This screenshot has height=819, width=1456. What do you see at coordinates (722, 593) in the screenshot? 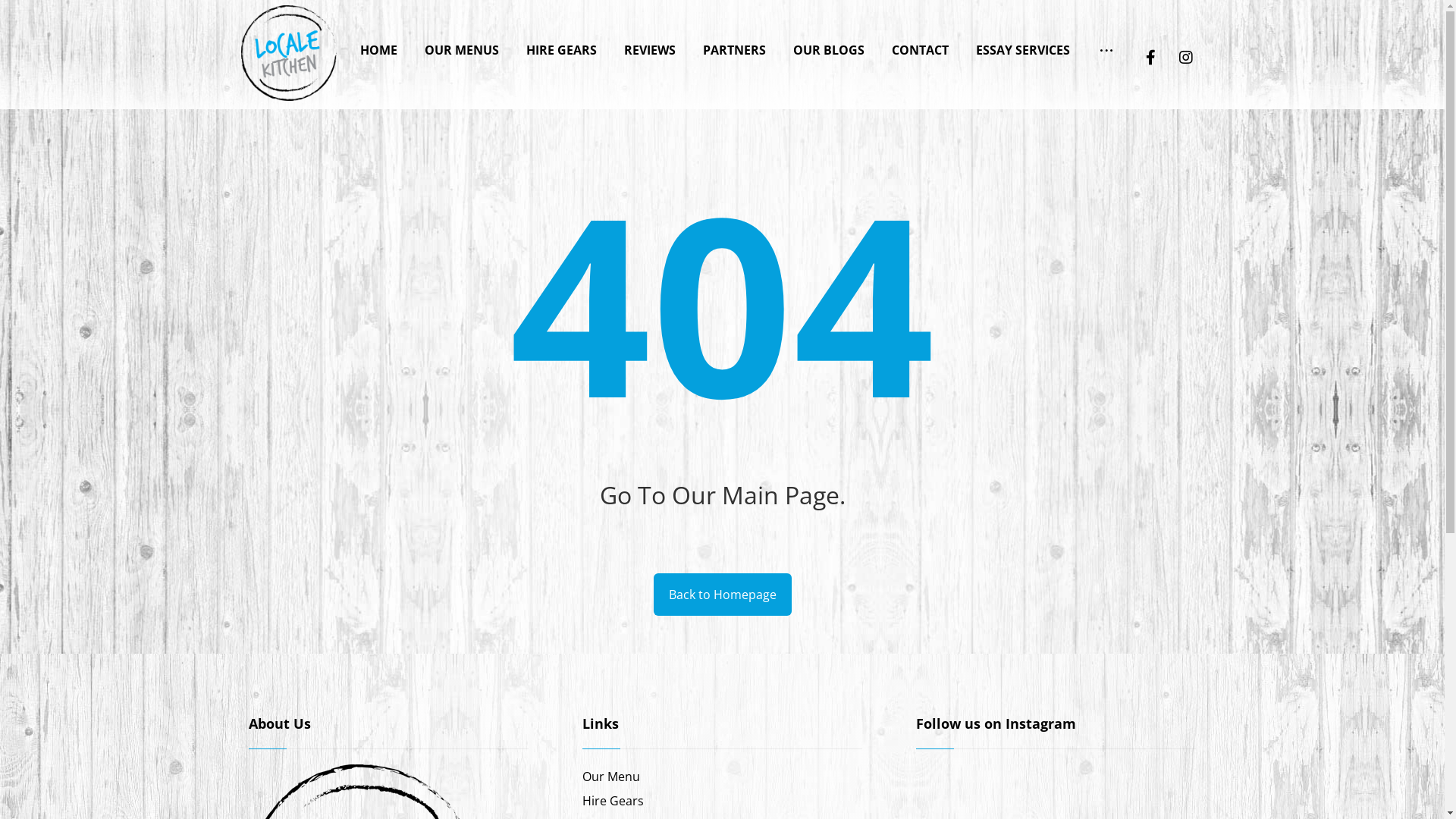
I see `'Back to Homepage'` at bounding box center [722, 593].